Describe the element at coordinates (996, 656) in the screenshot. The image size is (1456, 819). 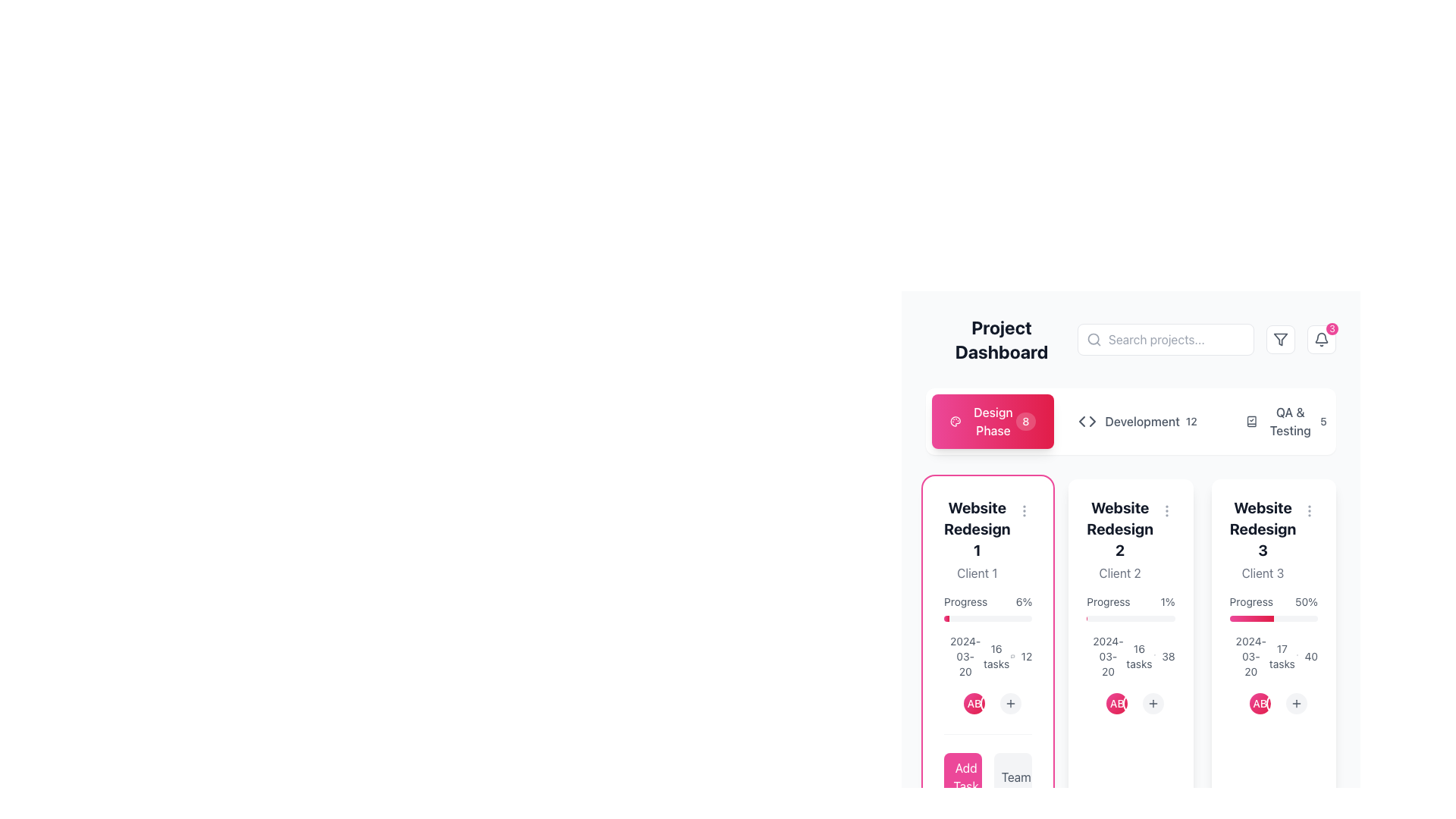
I see `text information displayed in the text label located at the bottom-middle of the 'Website Redesign 1' project card, which indicates the number of tasks associated with the project` at that location.